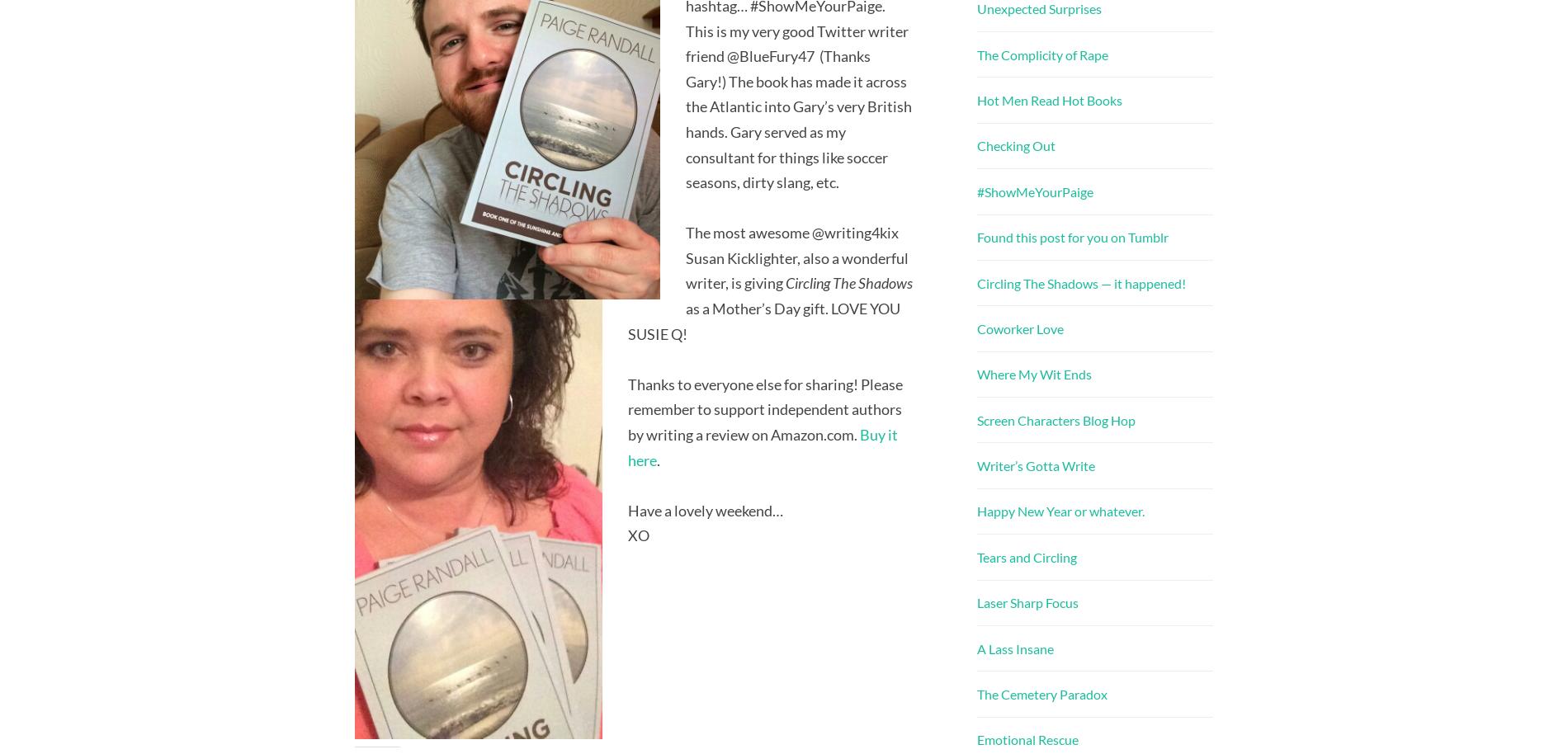 This screenshot has height=754, width=1568. What do you see at coordinates (1034, 190) in the screenshot?
I see `'#ShowMeYourPaige'` at bounding box center [1034, 190].